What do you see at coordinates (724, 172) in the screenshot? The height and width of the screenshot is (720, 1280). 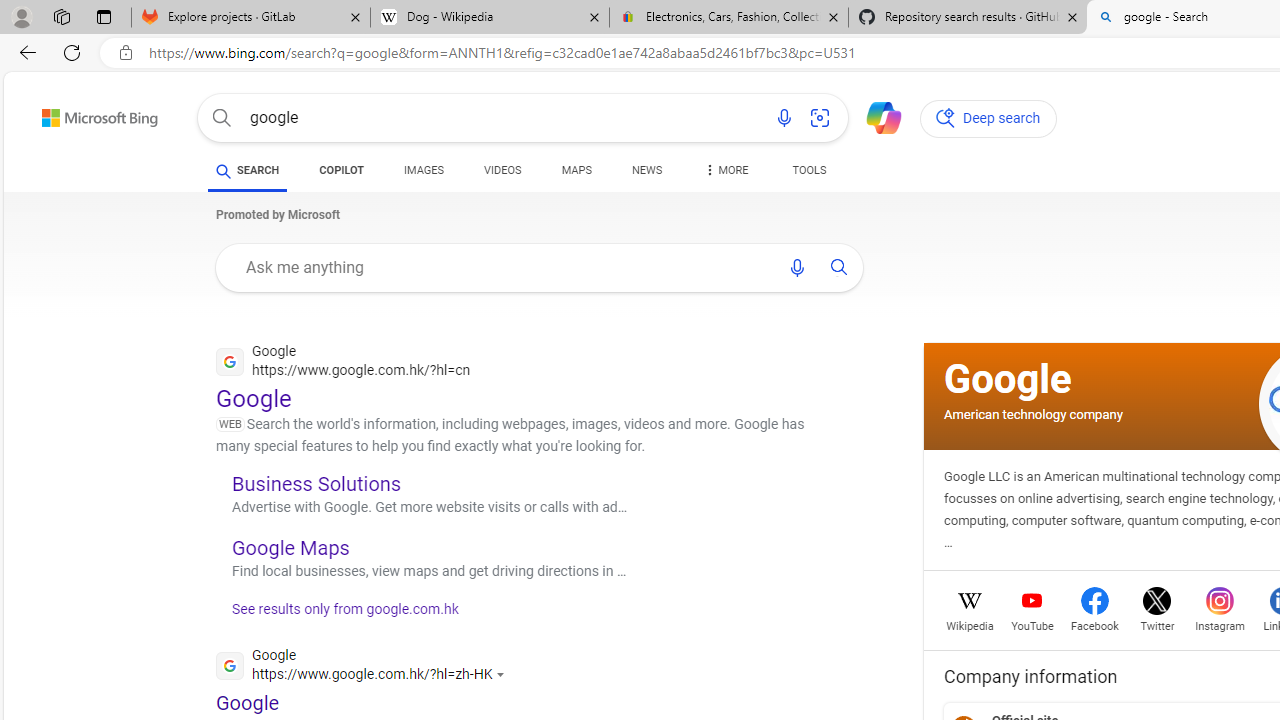 I see `'MORE'` at bounding box center [724, 172].